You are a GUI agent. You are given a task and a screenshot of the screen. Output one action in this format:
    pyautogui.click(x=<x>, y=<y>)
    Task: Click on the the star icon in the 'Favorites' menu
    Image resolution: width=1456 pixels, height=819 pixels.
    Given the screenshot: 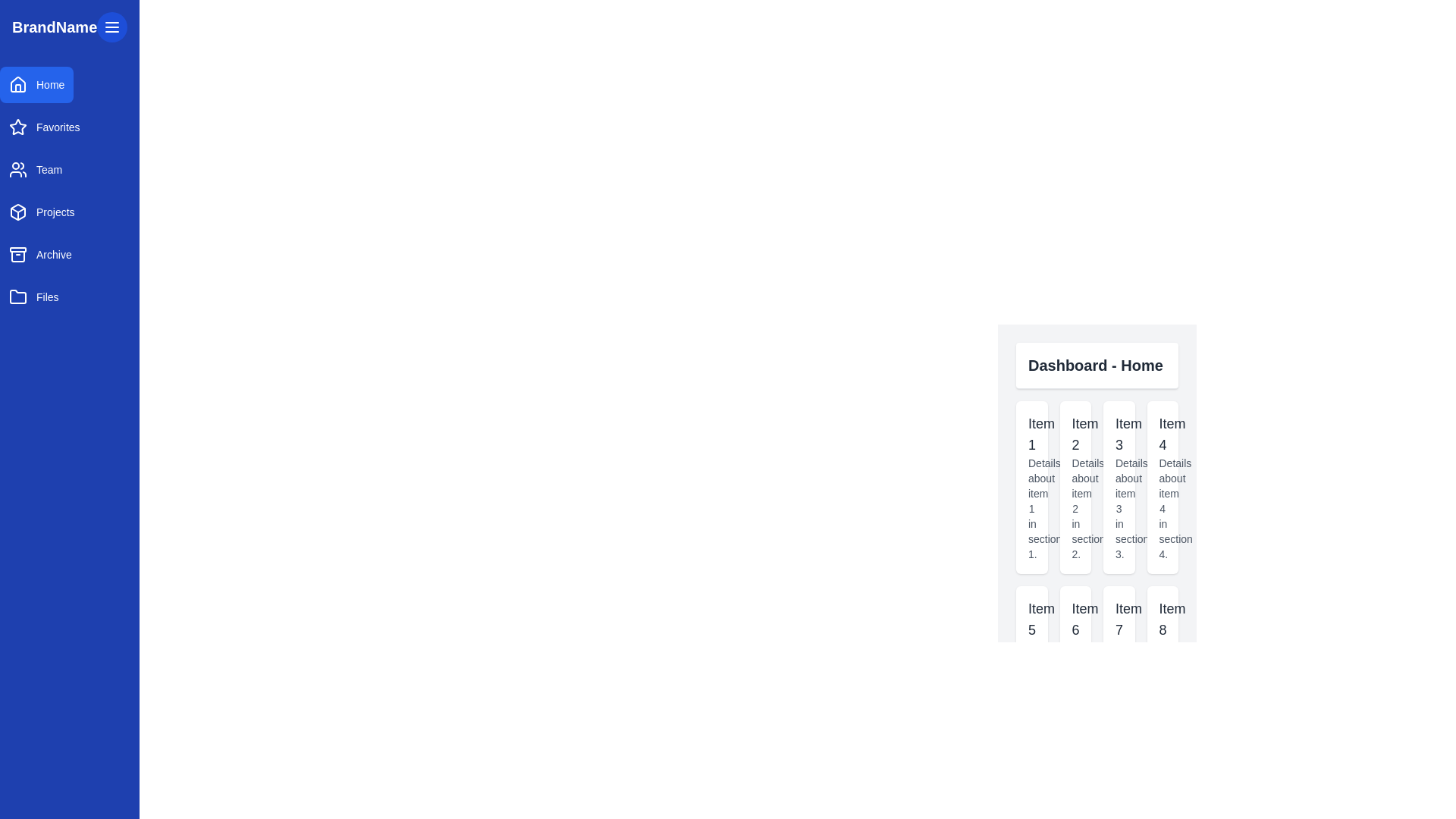 What is the action you would take?
    pyautogui.click(x=18, y=126)
    